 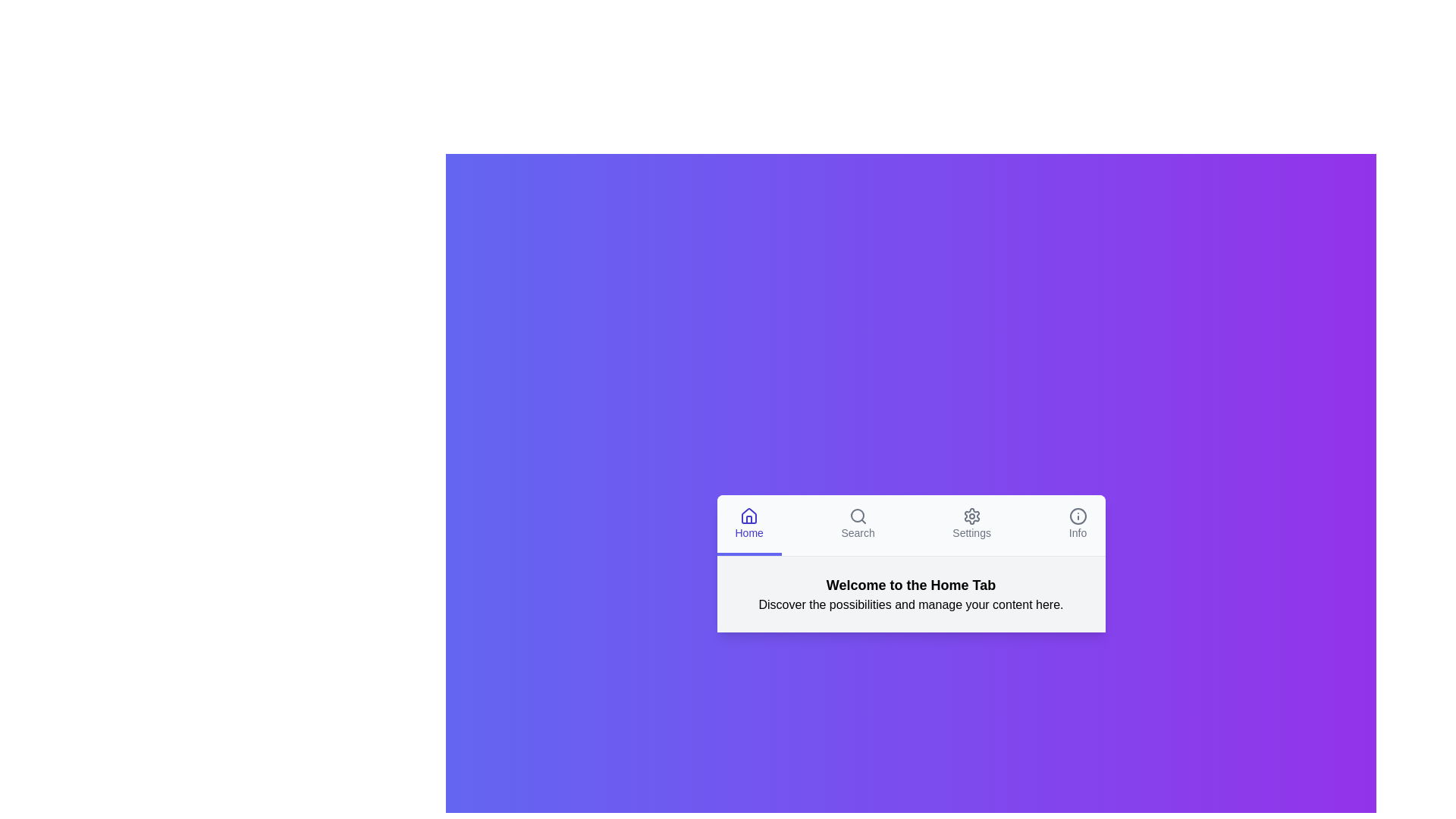 What do you see at coordinates (749, 532) in the screenshot?
I see `the 'Home' text label, which is styled in medium-sized blue font and positioned below a house icon in the bottom navigation menu` at bounding box center [749, 532].